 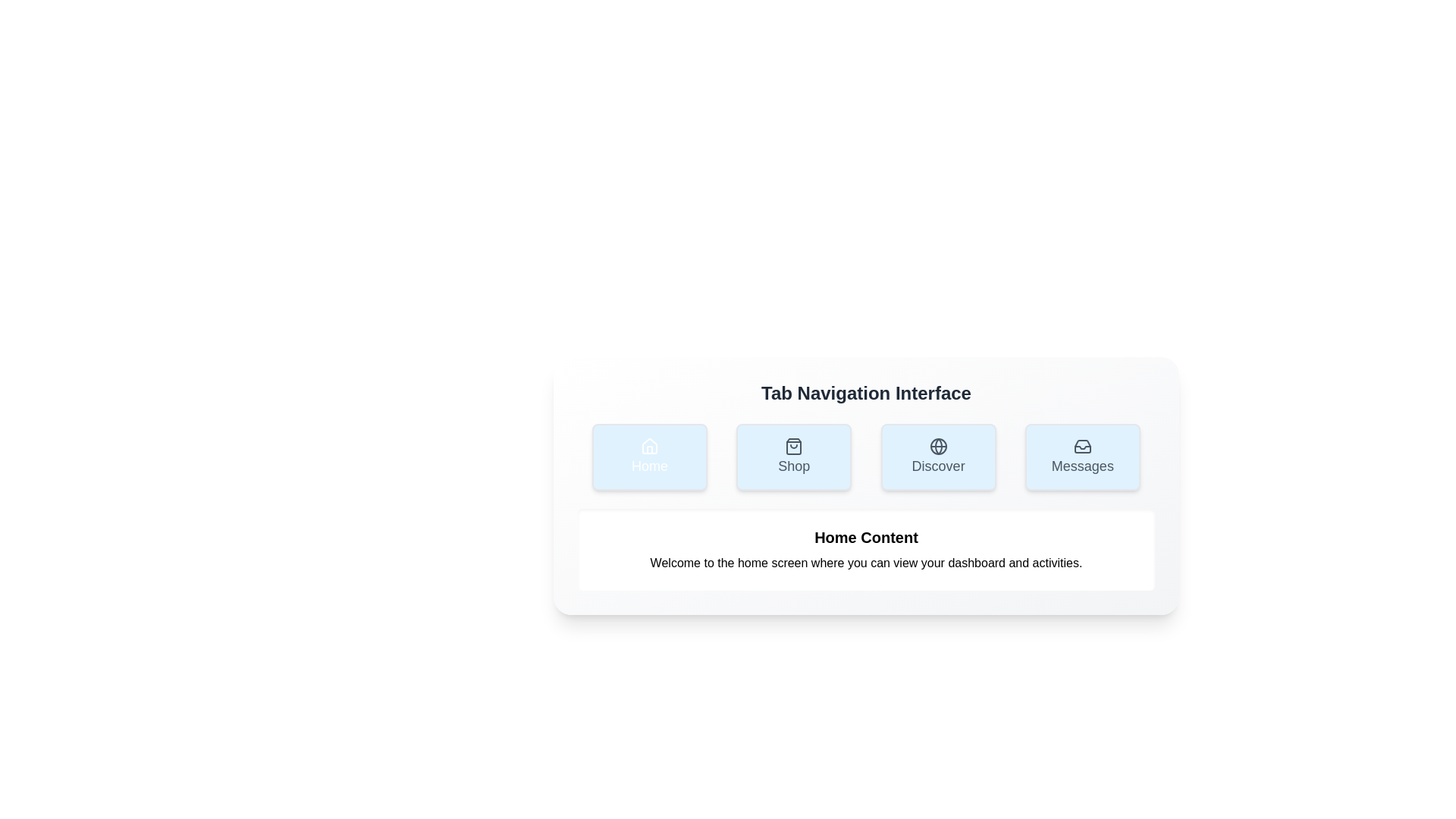 I want to click on the graphical decoration within the 'Messages' icon located at the rightmost position in the navigation bar, so click(x=1081, y=447).